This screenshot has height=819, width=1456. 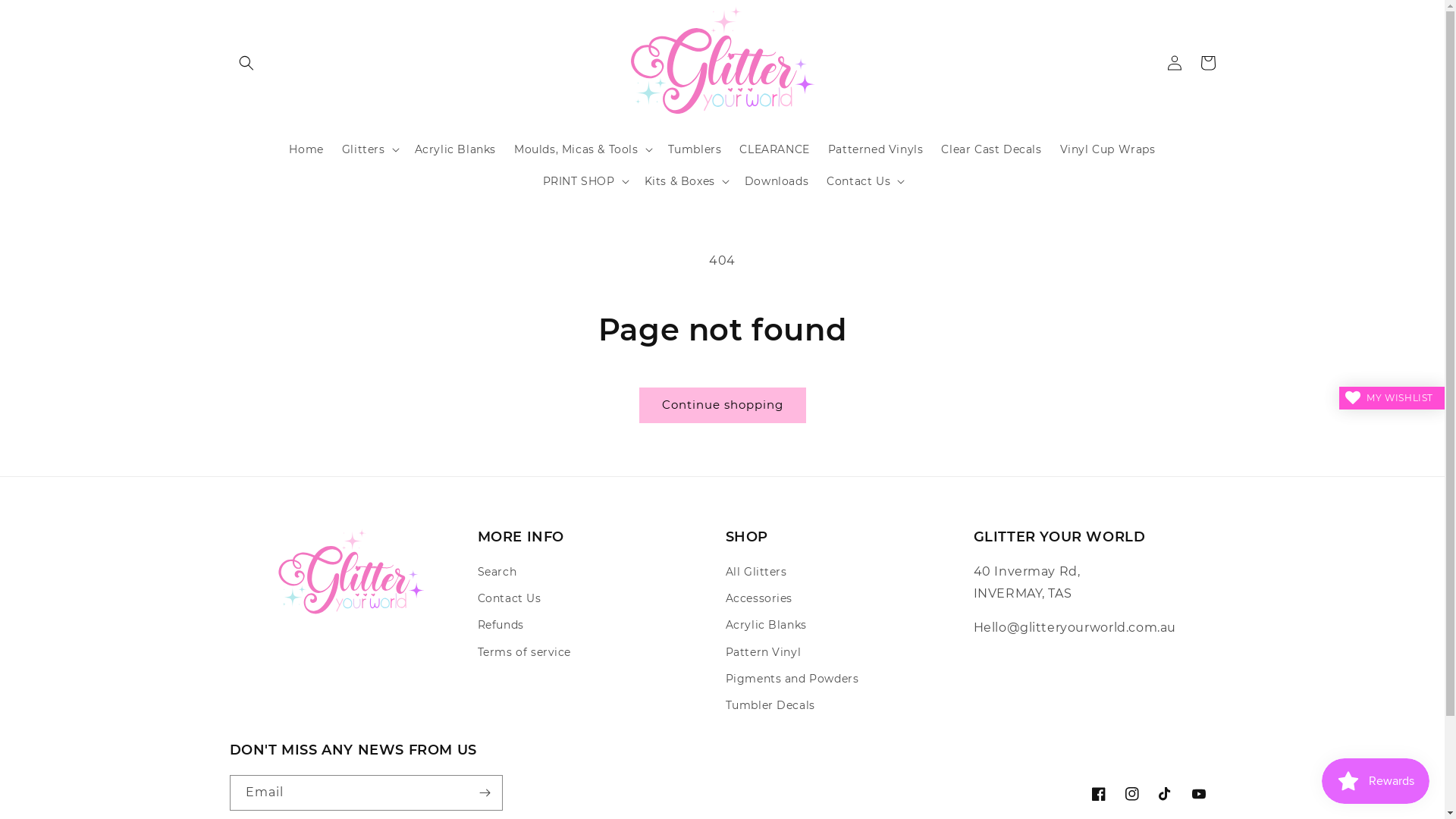 I want to click on 'YouTube', so click(x=1197, y=792).